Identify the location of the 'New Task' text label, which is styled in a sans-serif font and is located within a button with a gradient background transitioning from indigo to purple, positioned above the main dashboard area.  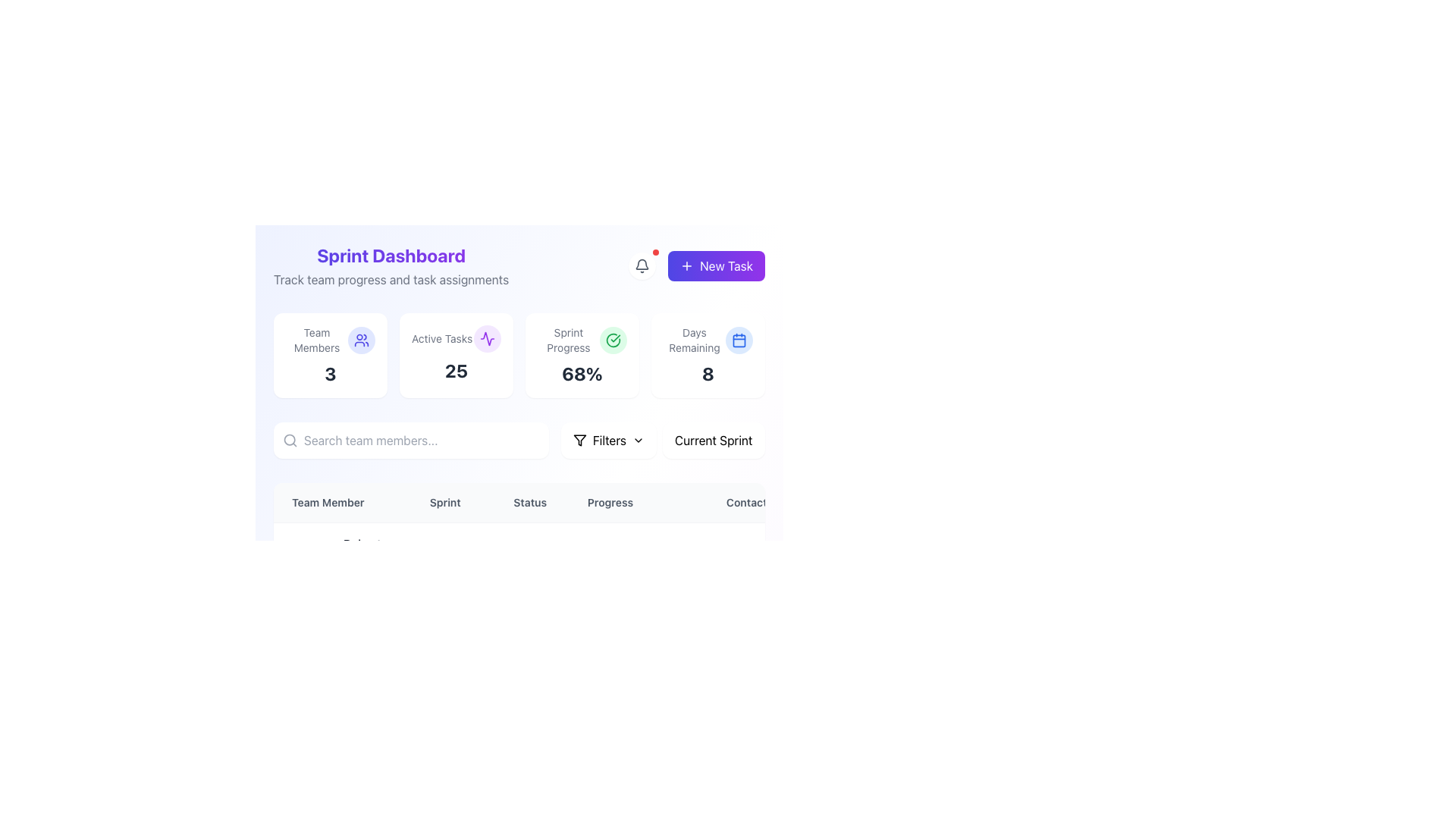
(726, 265).